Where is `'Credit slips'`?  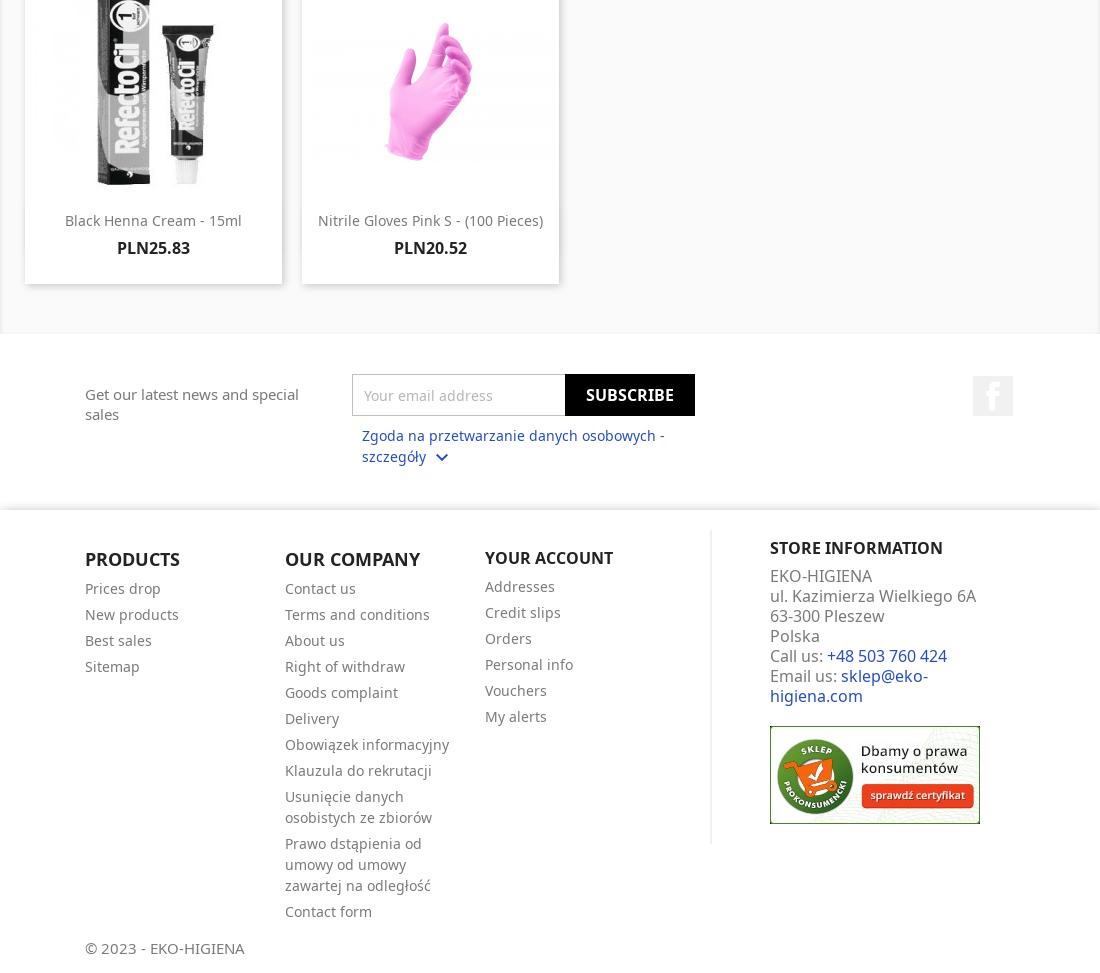 'Credit slips' is located at coordinates (523, 611).